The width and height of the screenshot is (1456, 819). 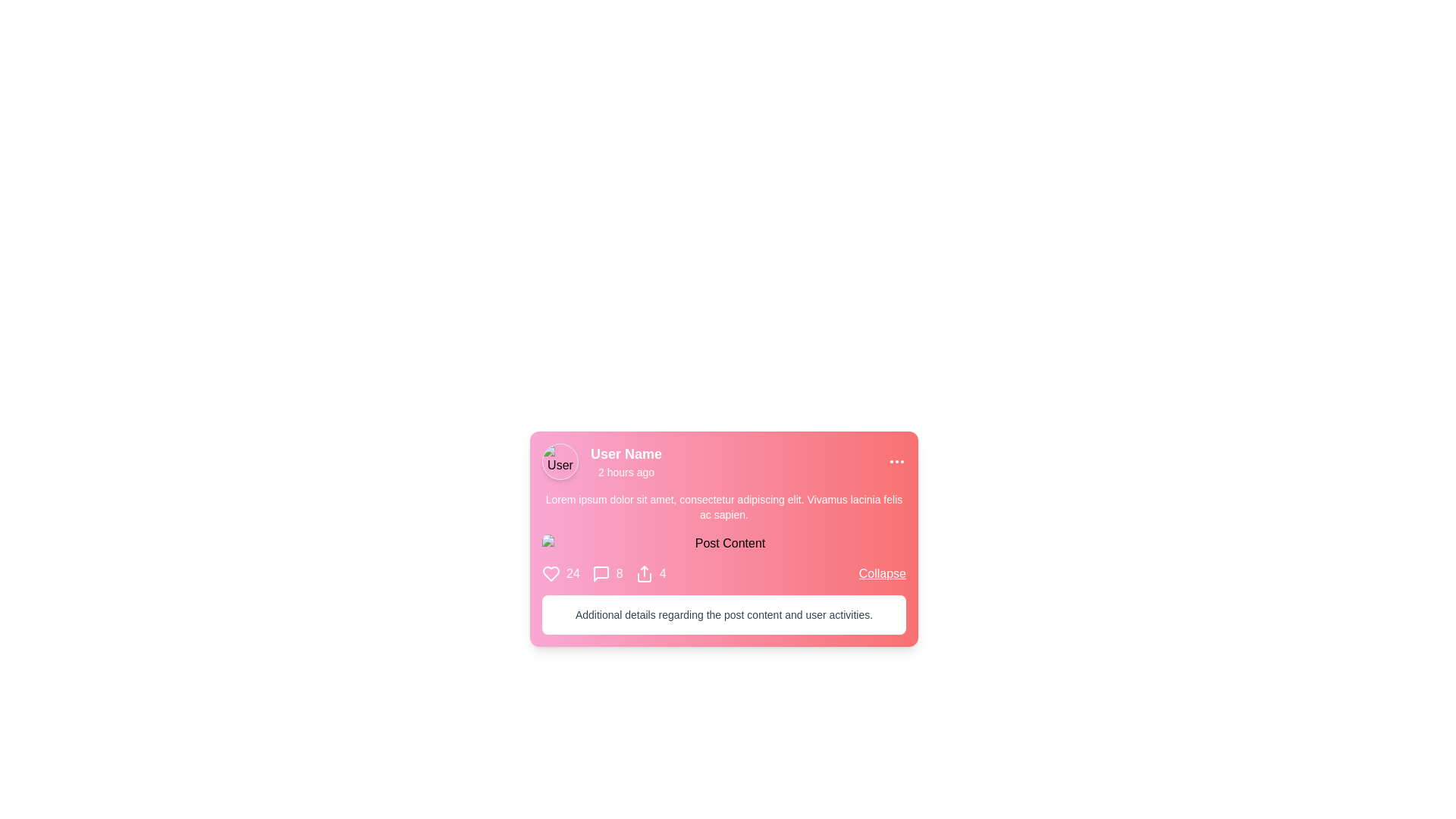 What do you see at coordinates (882, 573) in the screenshot?
I see `the 'Collapse' text-based button, which is styled white and underlined, located at the bottom right corner of a red gradient card` at bounding box center [882, 573].